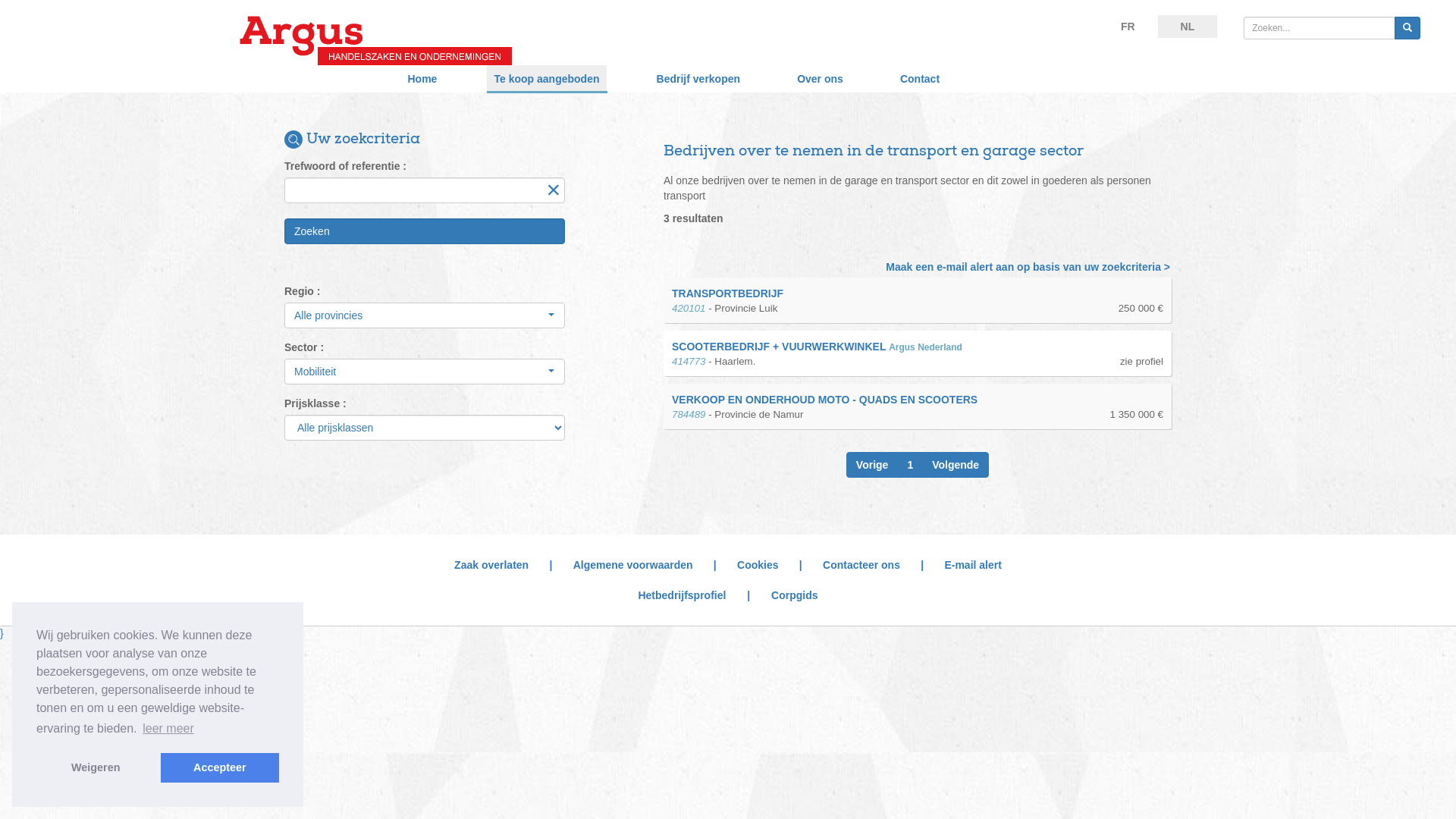 Image resolution: width=1456 pixels, height=819 pixels. What do you see at coordinates (168, 727) in the screenshot?
I see `'leer meer'` at bounding box center [168, 727].